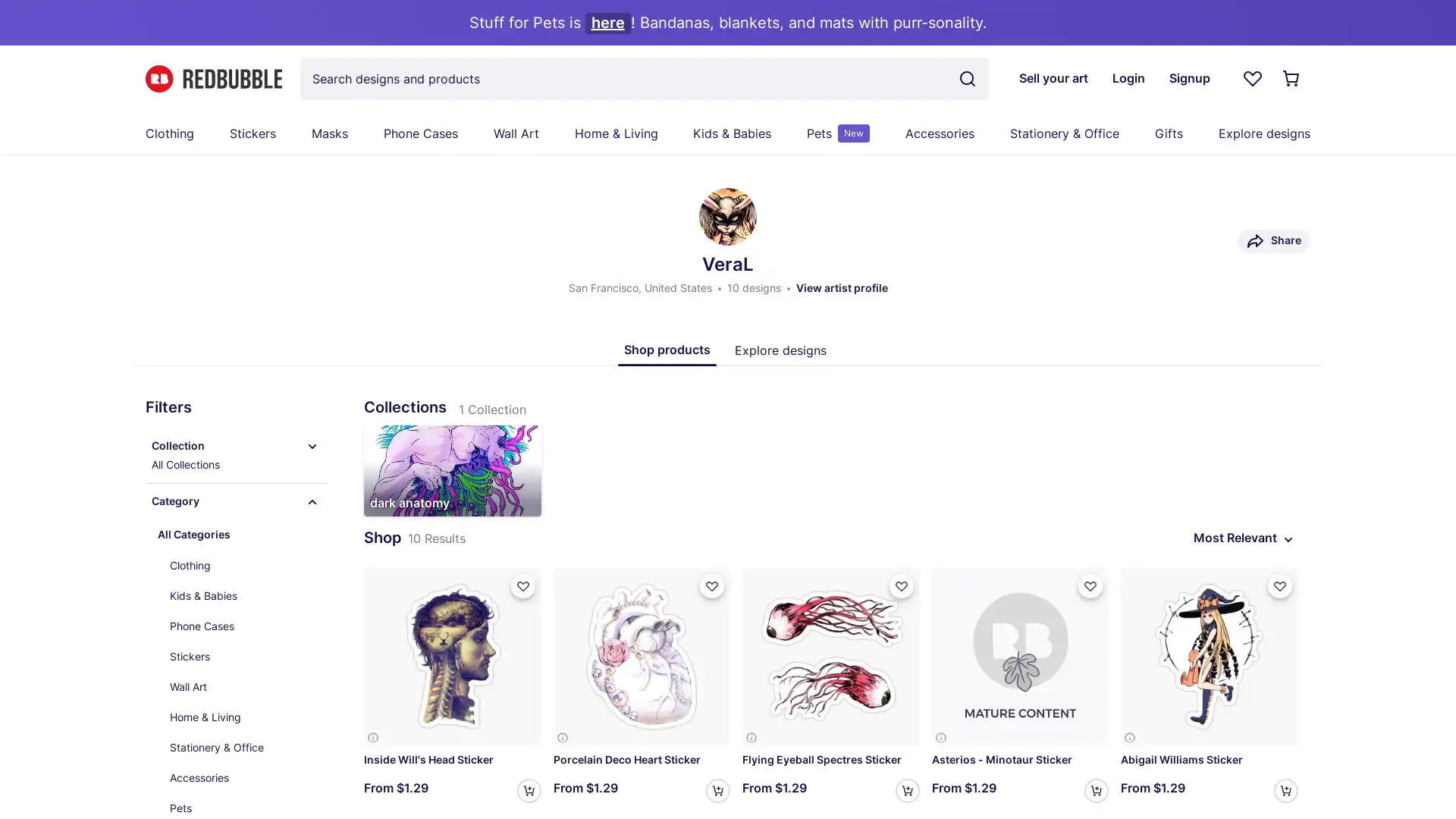 Image resolution: width=1456 pixels, height=819 pixels. What do you see at coordinates (901, 585) in the screenshot?
I see `Favorite` at bounding box center [901, 585].